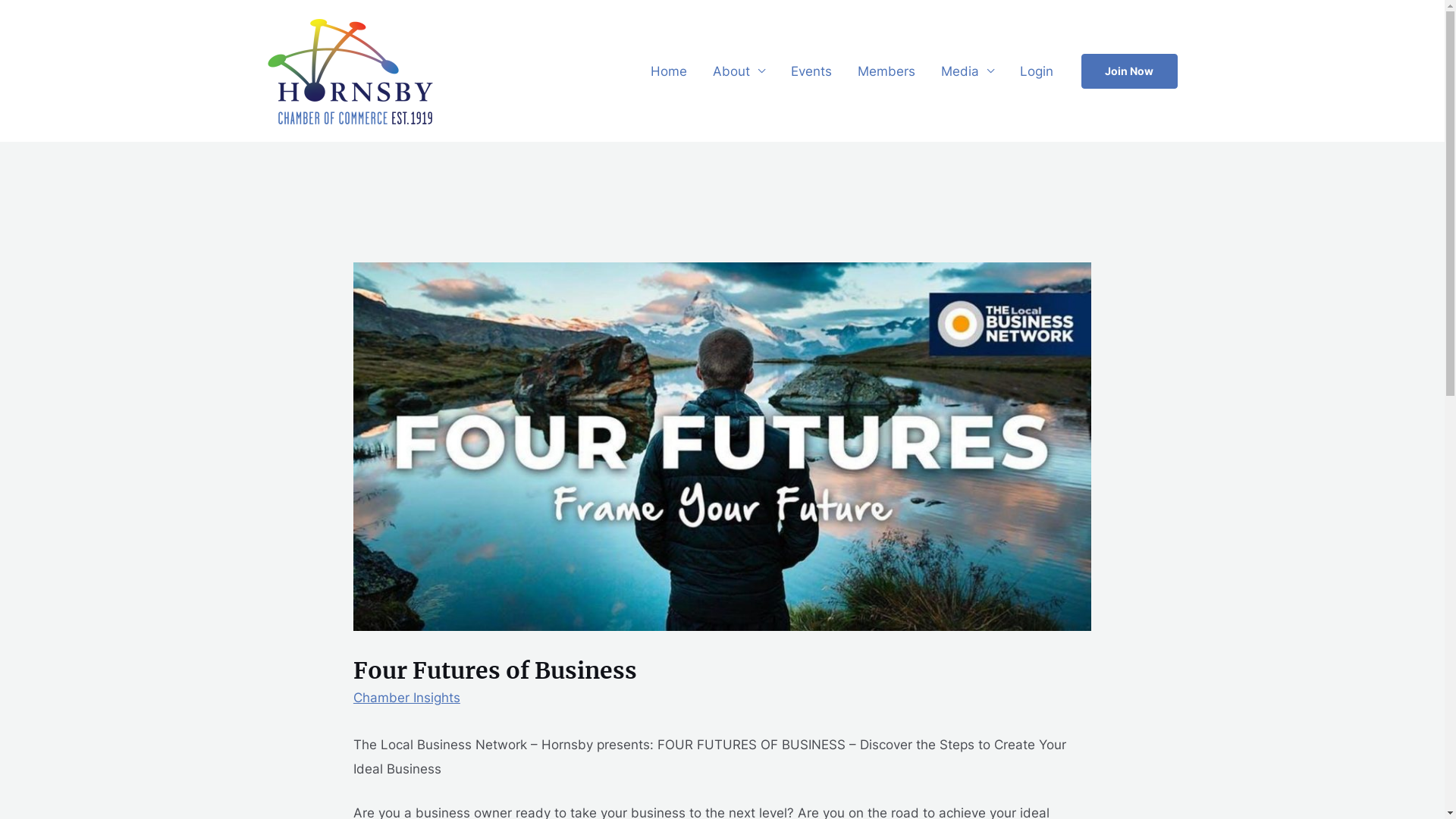 The image size is (1456, 819). I want to click on 'Login', so click(1007, 70).